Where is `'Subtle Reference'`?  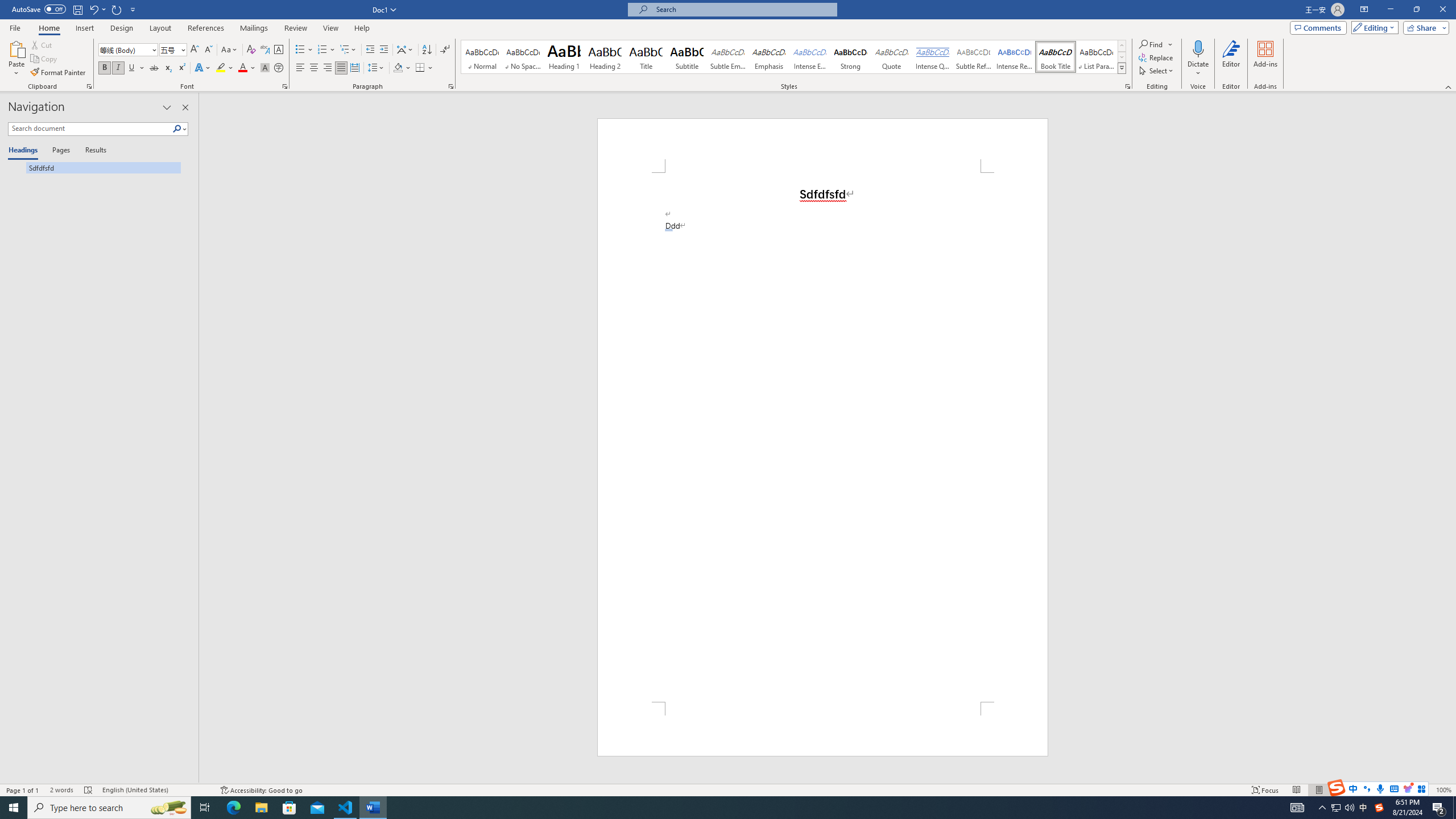
'Subtle Reference' is located at coordinates (974, 56).